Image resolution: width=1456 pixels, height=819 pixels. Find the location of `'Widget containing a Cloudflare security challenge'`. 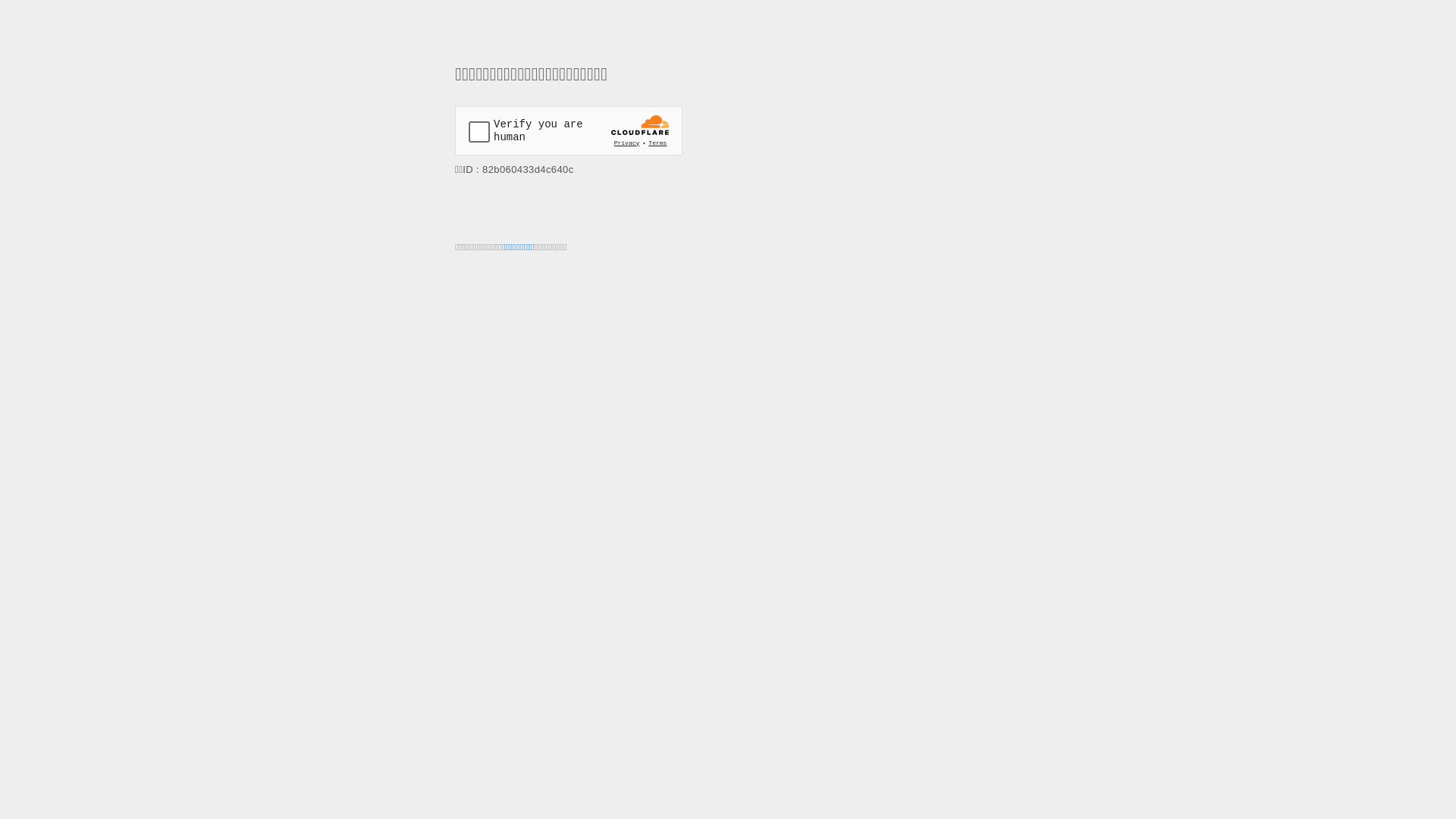

'Widget containing a Cloudflare security challenge' is located at coordinates (567, 130).